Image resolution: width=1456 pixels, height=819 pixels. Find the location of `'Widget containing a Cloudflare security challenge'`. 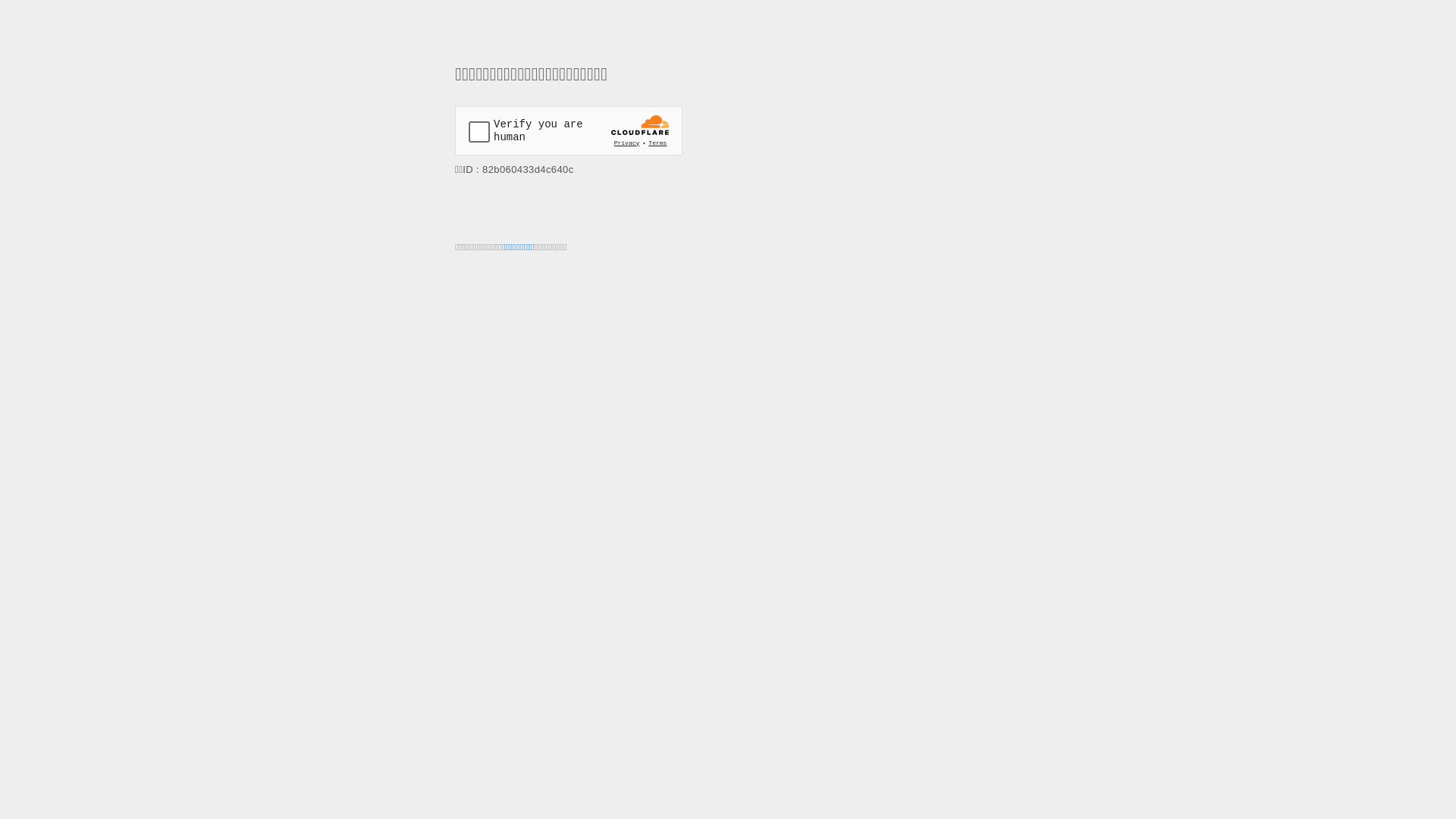

'Widget containing a Cloudflare security challenge' is located at coordinates (567, 130).